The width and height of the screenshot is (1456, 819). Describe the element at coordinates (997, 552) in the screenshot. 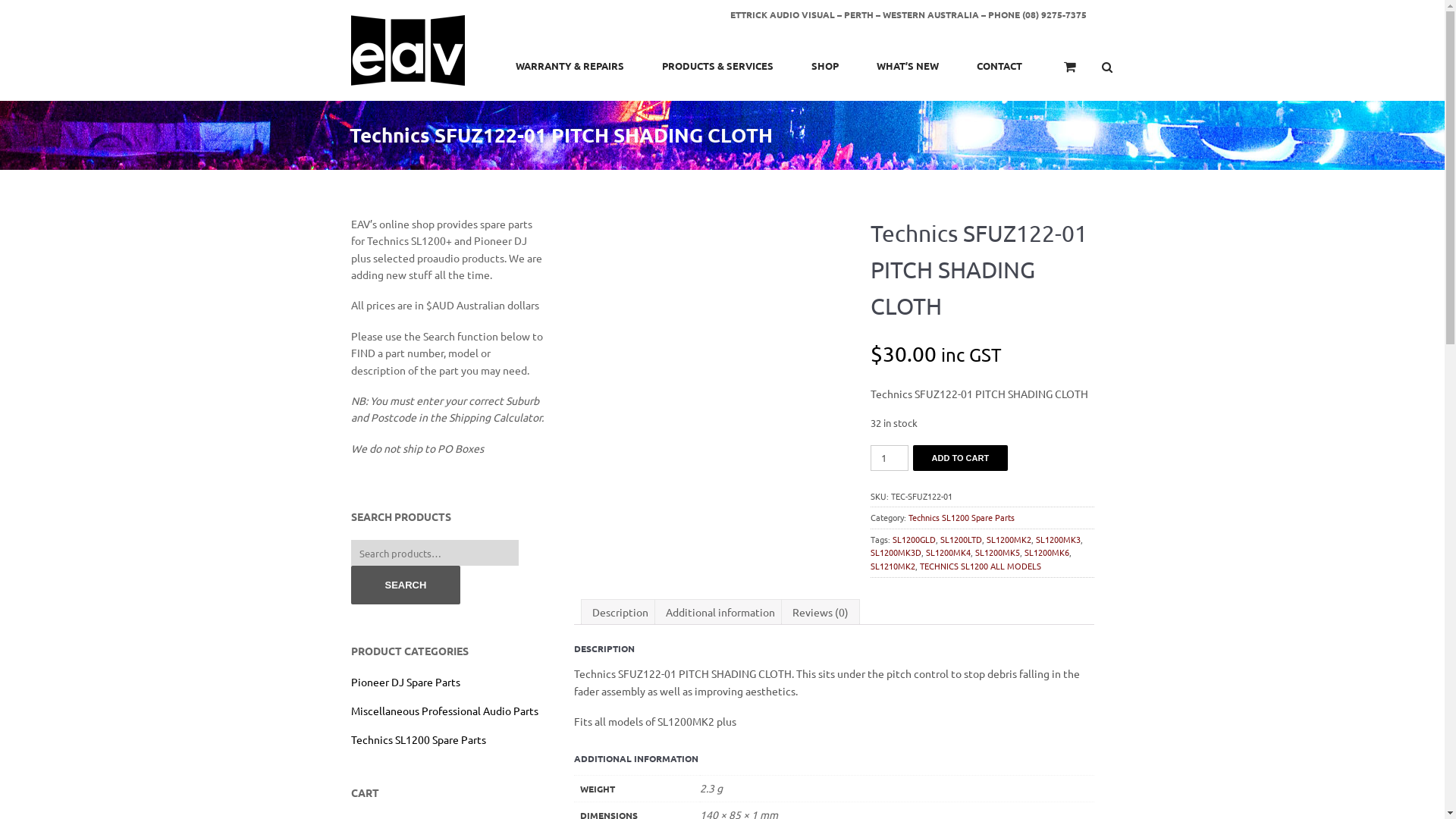

I see `'SL1200MK5'` at that location.